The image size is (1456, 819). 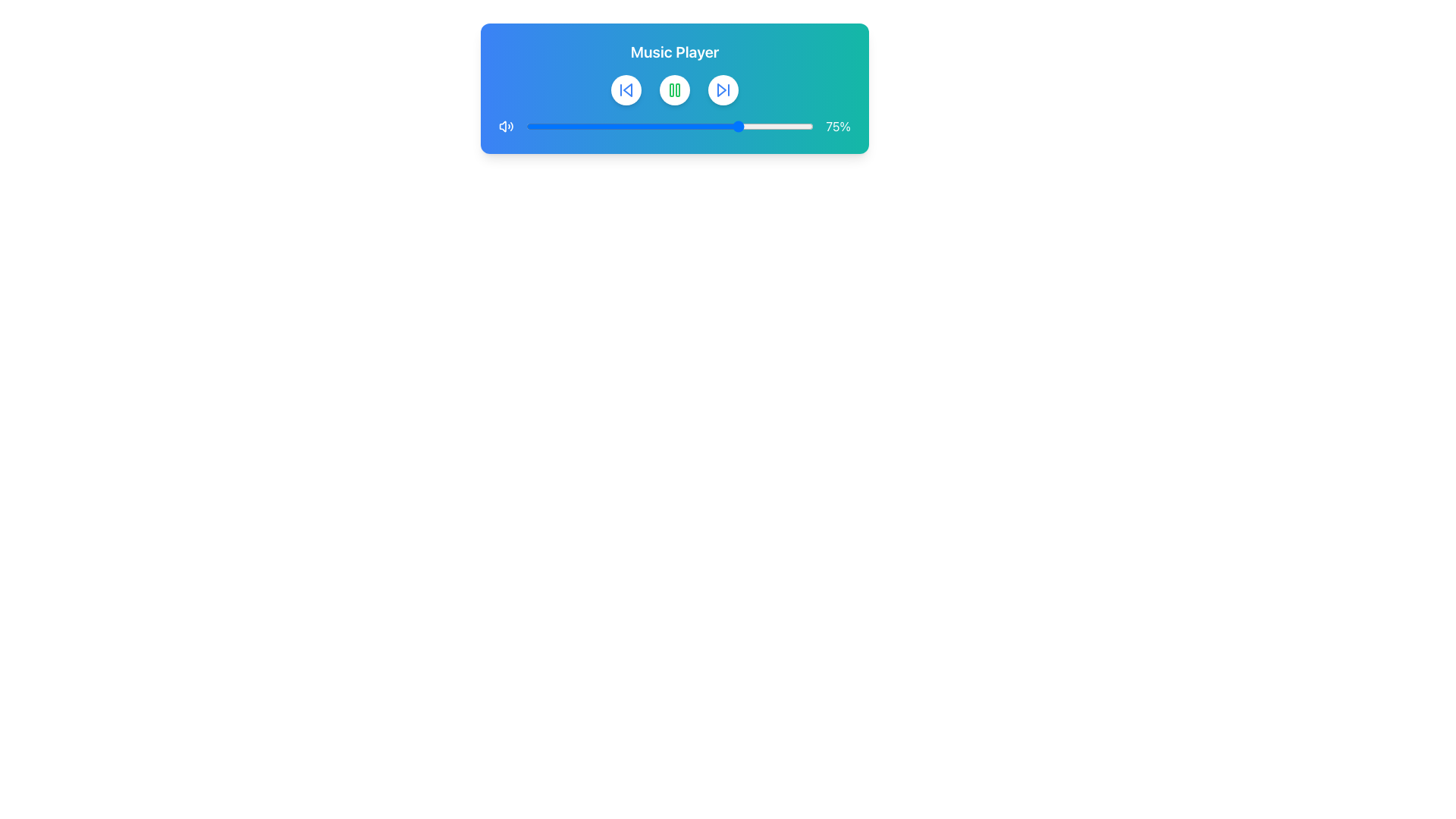 I want to click on the right vertical bar of the 'Pause' button icon, which is positioned at the center of the interface, so click(x=676, y=90).